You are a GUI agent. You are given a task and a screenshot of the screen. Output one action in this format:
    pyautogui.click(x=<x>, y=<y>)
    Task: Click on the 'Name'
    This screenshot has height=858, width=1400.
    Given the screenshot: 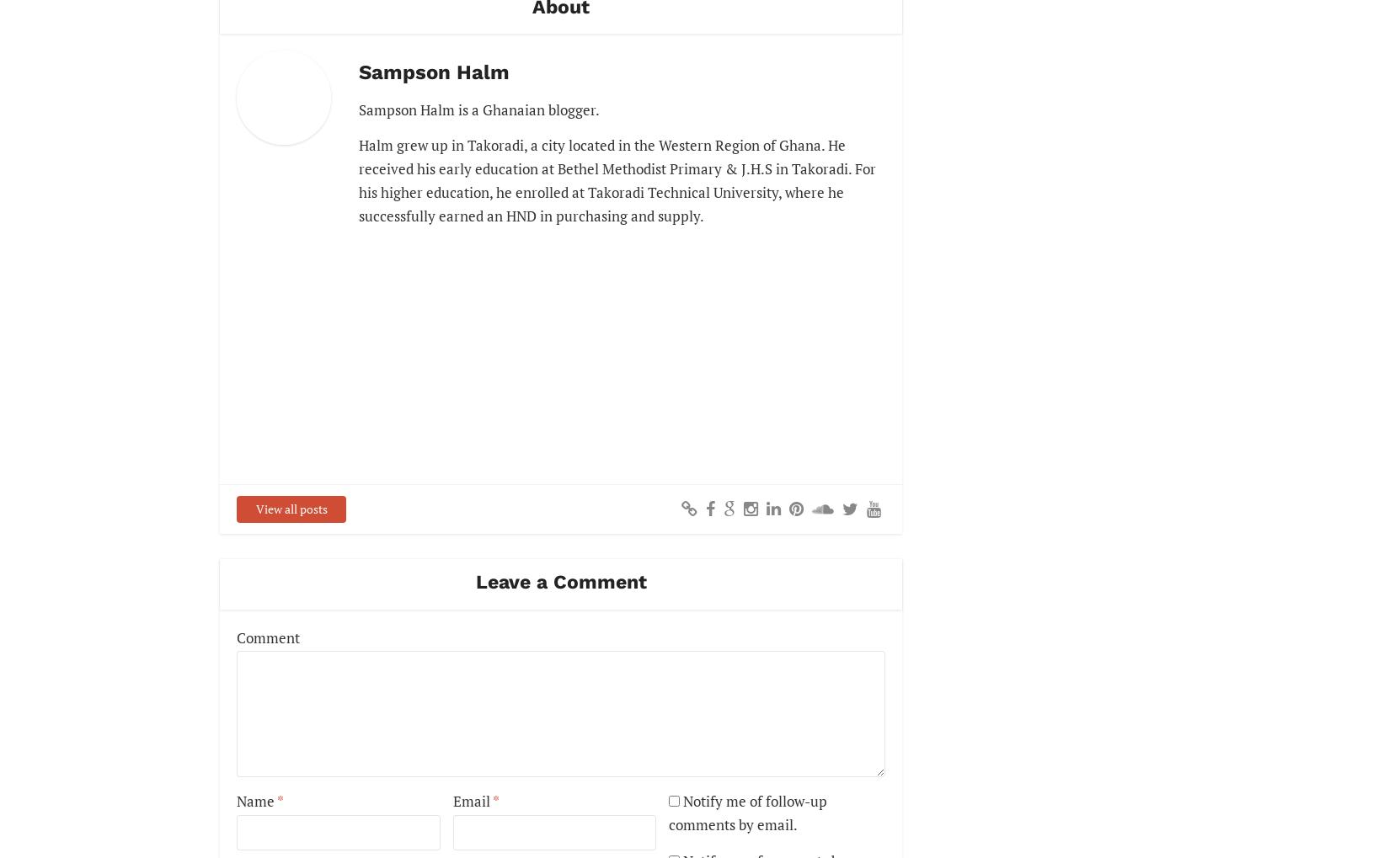 What is the action you would take?
    pyautogui.click(x=237, y=800)
    